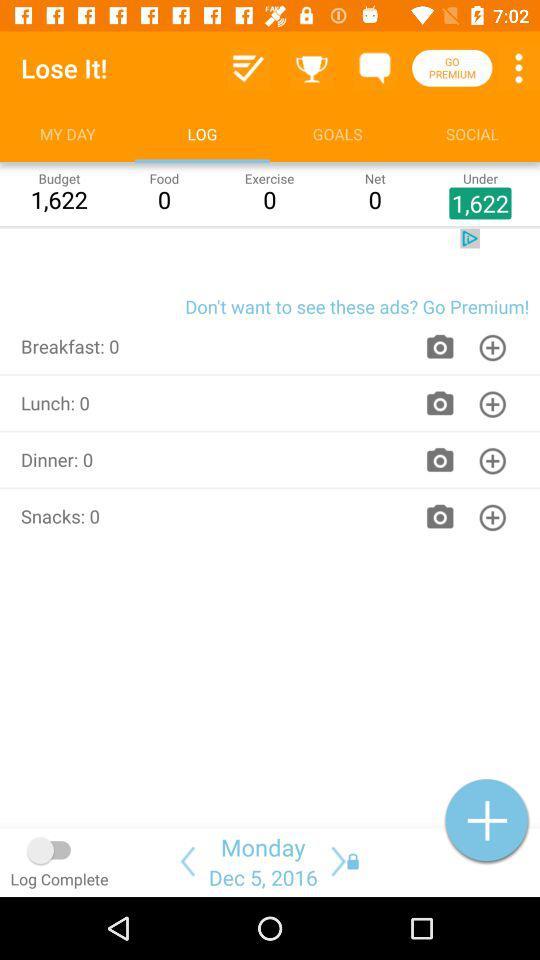 Image resolution: width=540 pixels, height=960 pixels. I want to click on the camera icon right to breakfast 0, so click(440, 346).